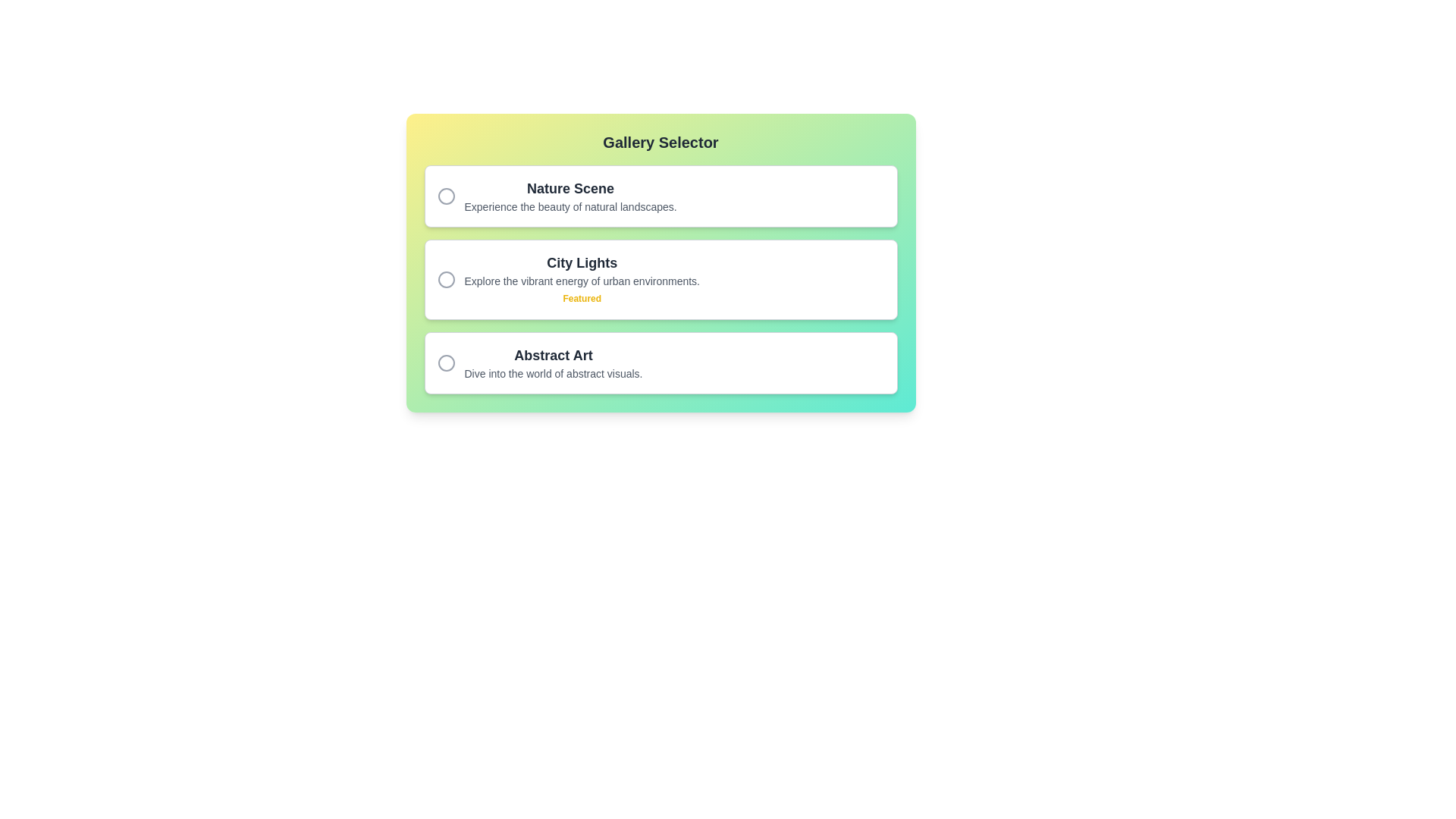  I want to click on the circular gray outlined radio button located to the left of the 'Abstract Art' text, so click(445, 362).